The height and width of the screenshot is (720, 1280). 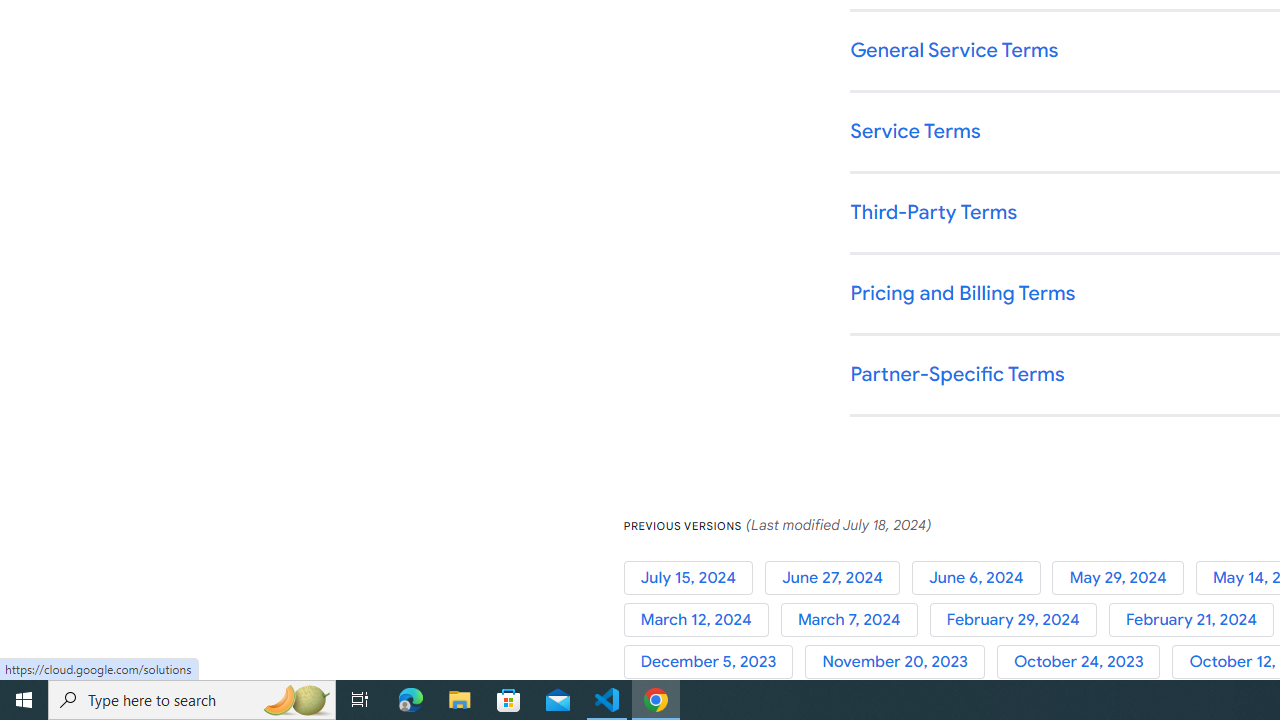 I want to click on 'May 29, 2024', so click(x=1123, y=577).